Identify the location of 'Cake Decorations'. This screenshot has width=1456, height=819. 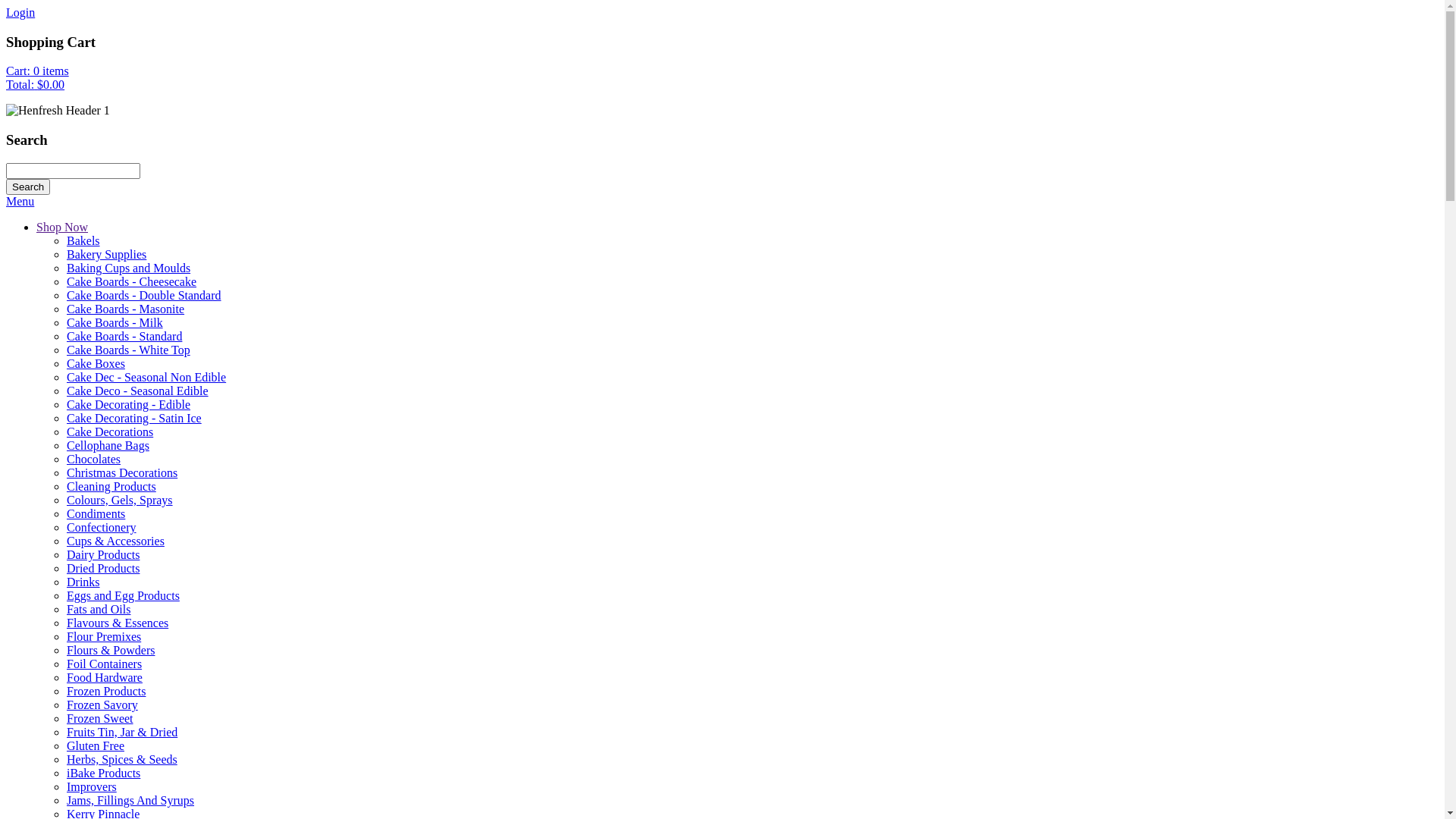
(108, 431).